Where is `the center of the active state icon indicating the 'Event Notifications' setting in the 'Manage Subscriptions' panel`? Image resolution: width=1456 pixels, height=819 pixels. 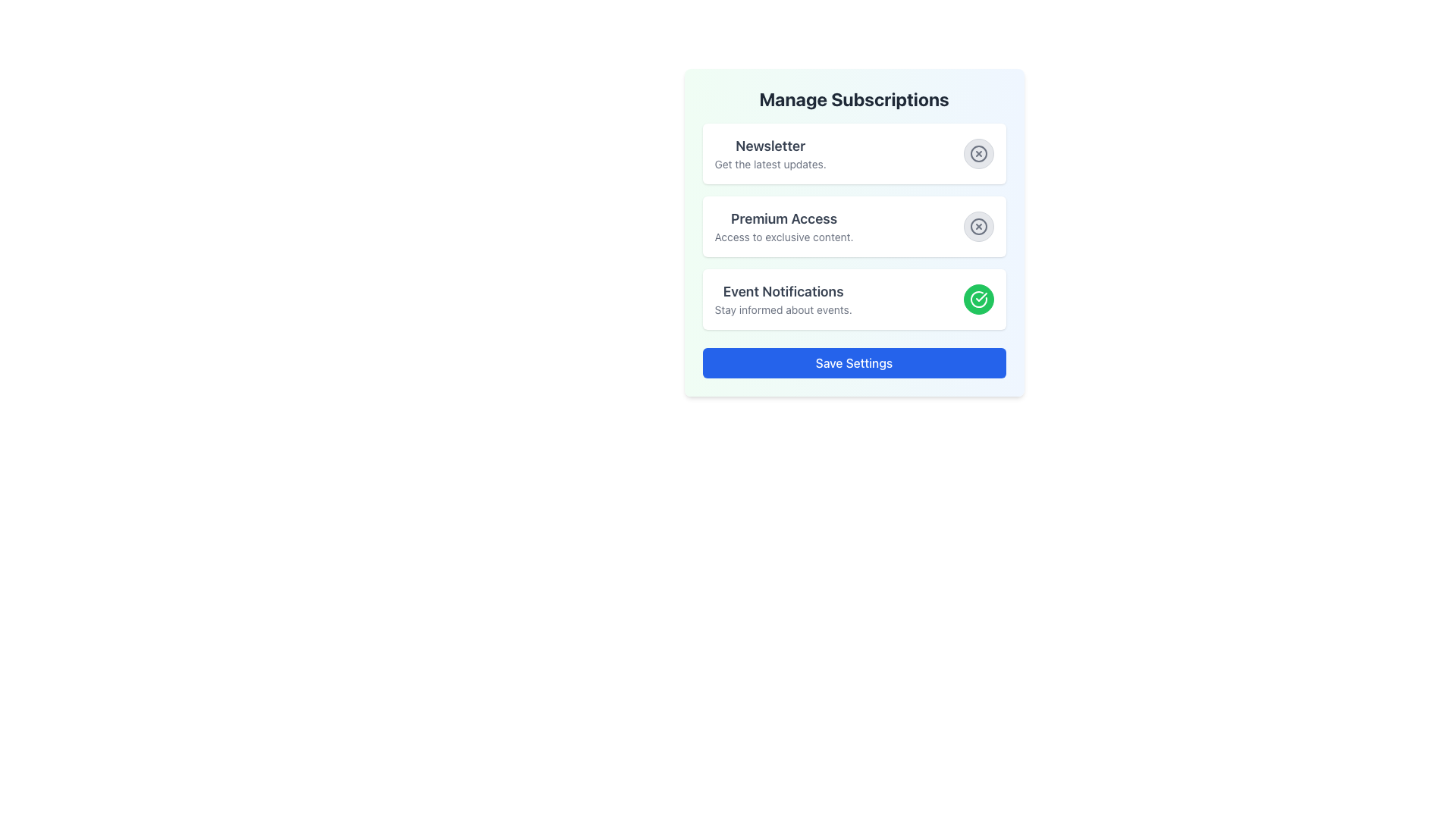
the center of the active state icon indicating the 'Event Notifications' setting in the 'Manage Subscriptions' panel is located at coordinates (978, 299).